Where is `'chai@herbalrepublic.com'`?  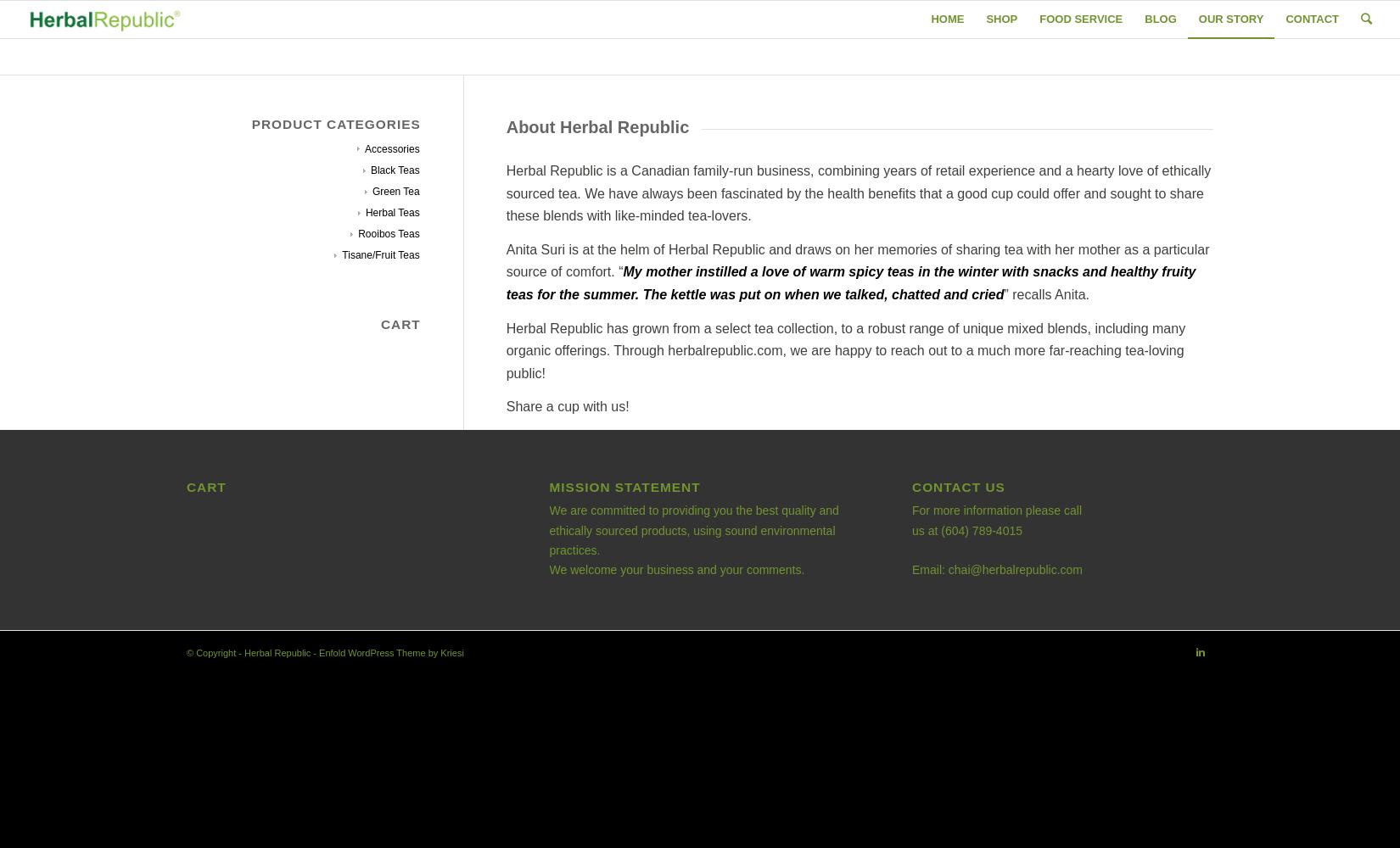 'chai@herbalrepublic.com' is located at coordinates (1015, 569).